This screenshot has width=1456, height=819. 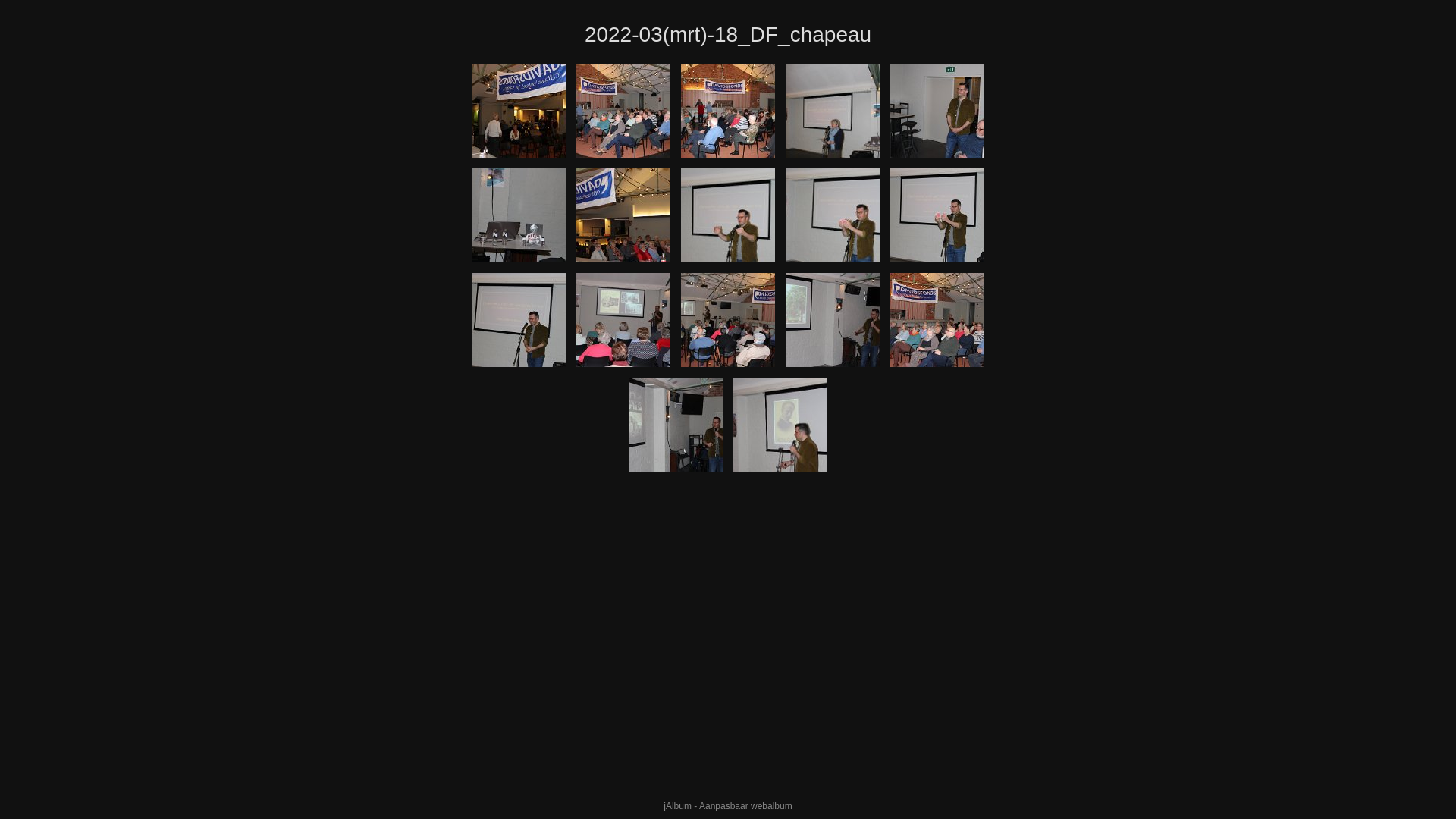 I want to click on 'Chapeau 18.03.22_004', so click(x=623, y=110).